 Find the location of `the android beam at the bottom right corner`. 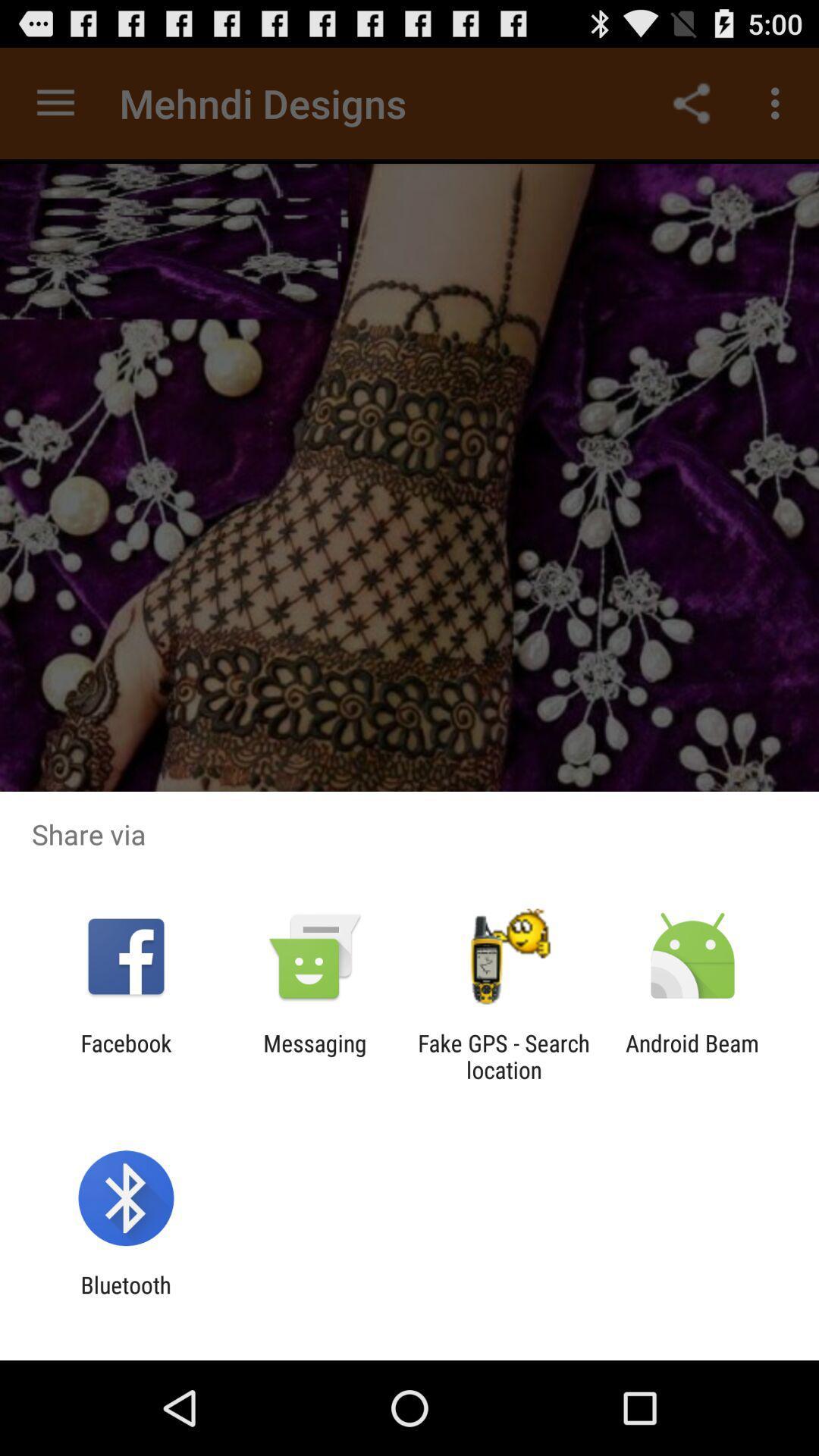

the android beam at the bottom right corner is located at coordinates (692, 1056).